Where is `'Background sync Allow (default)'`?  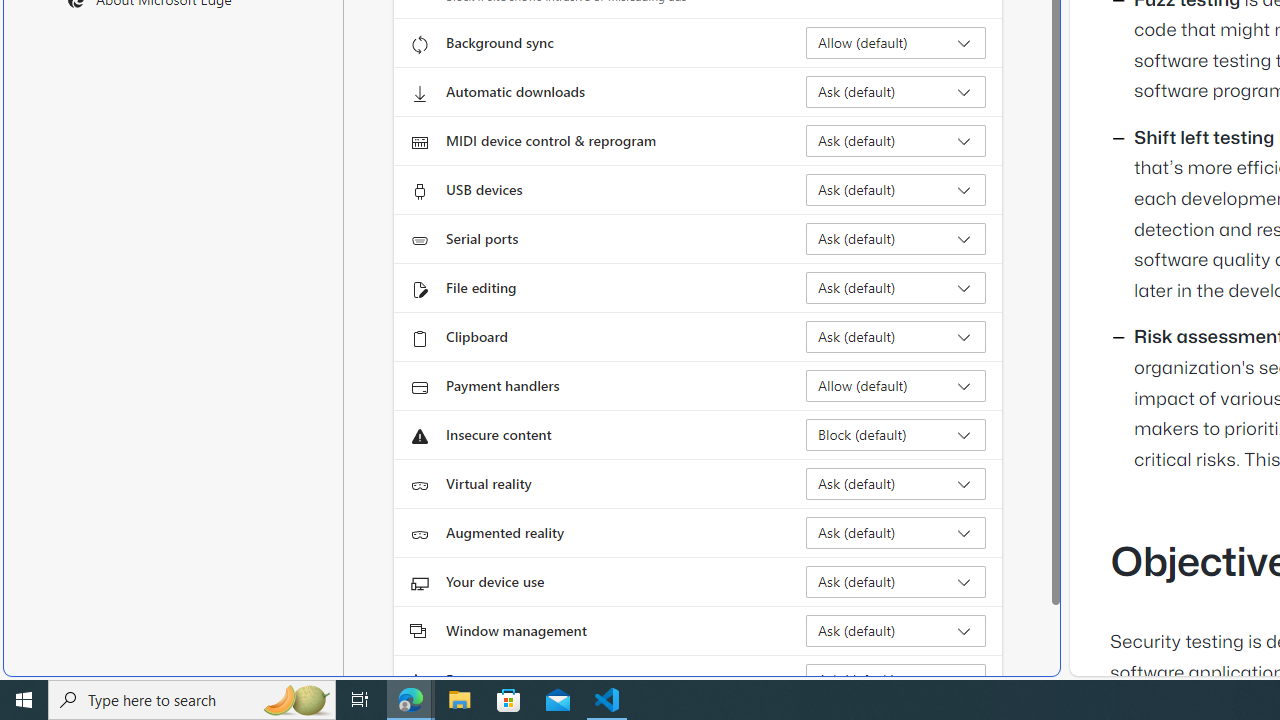
'Background sync Allow (default)' is located at coordinates (895, 43).